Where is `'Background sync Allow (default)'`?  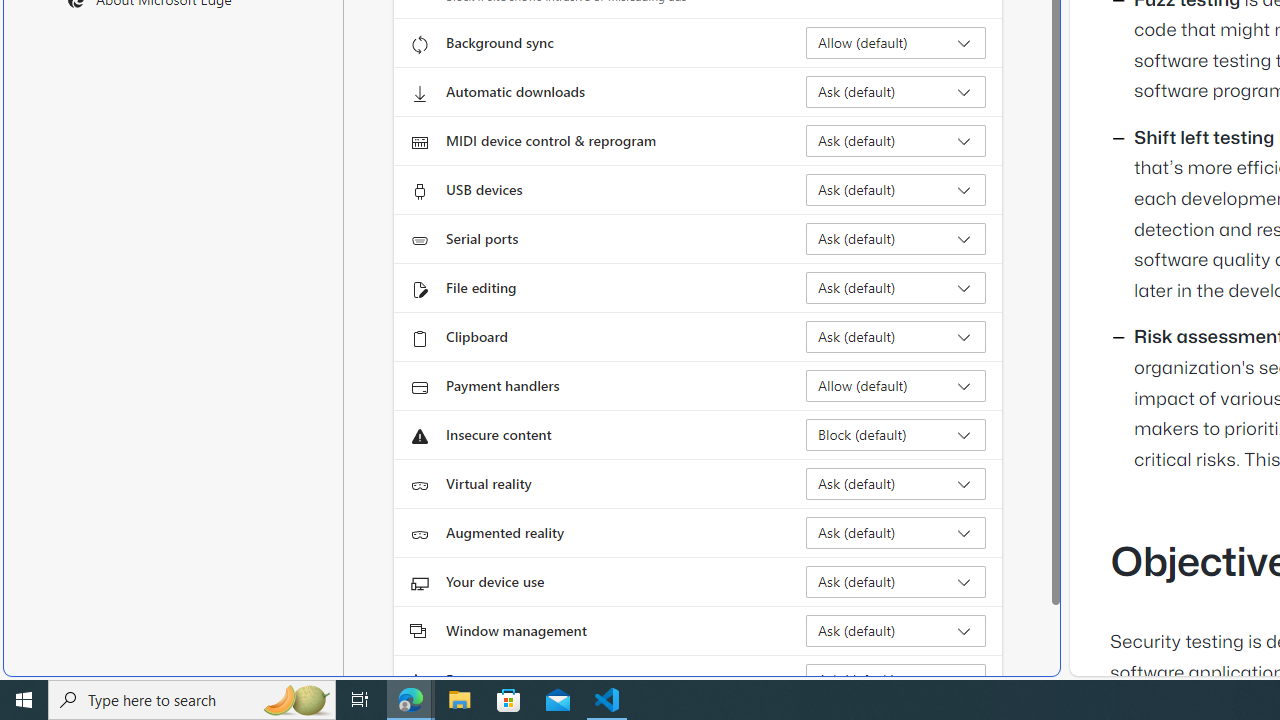
'Background sync Allow (default)' is located at coordinates (895, 43).